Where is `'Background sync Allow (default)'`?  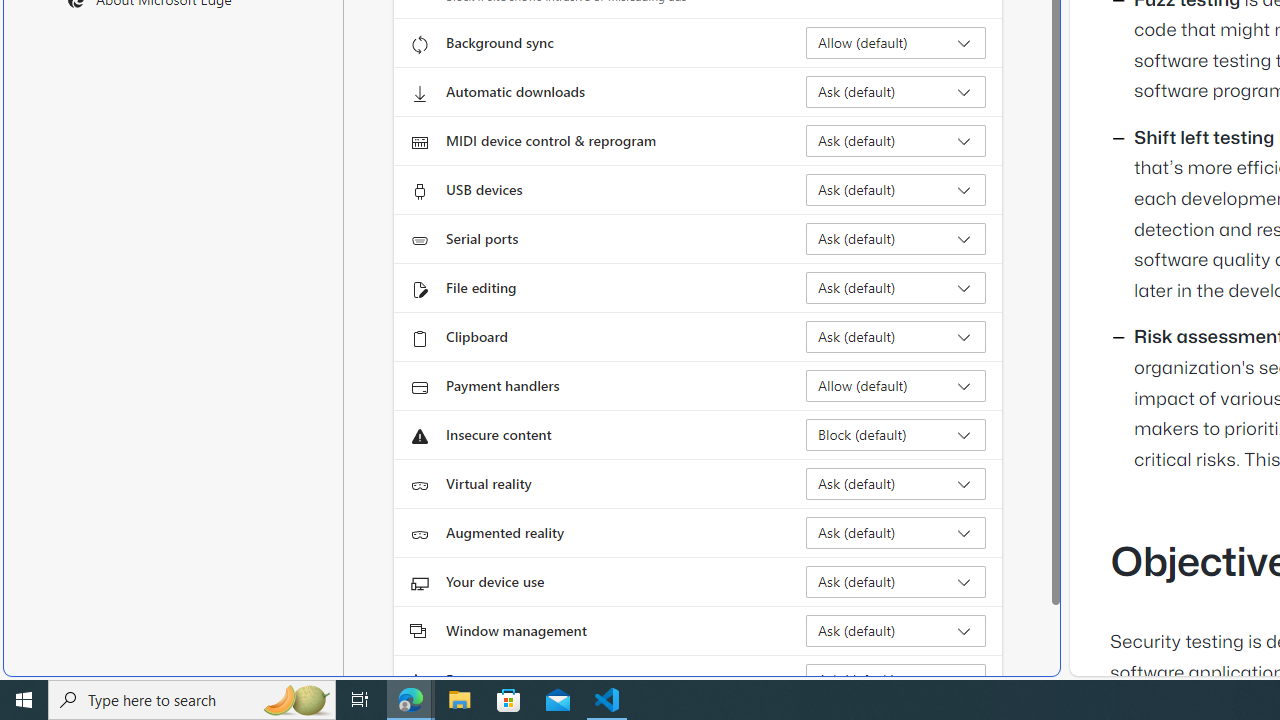
'Background sync Allow (default)' is located at coordinates (895, 43).